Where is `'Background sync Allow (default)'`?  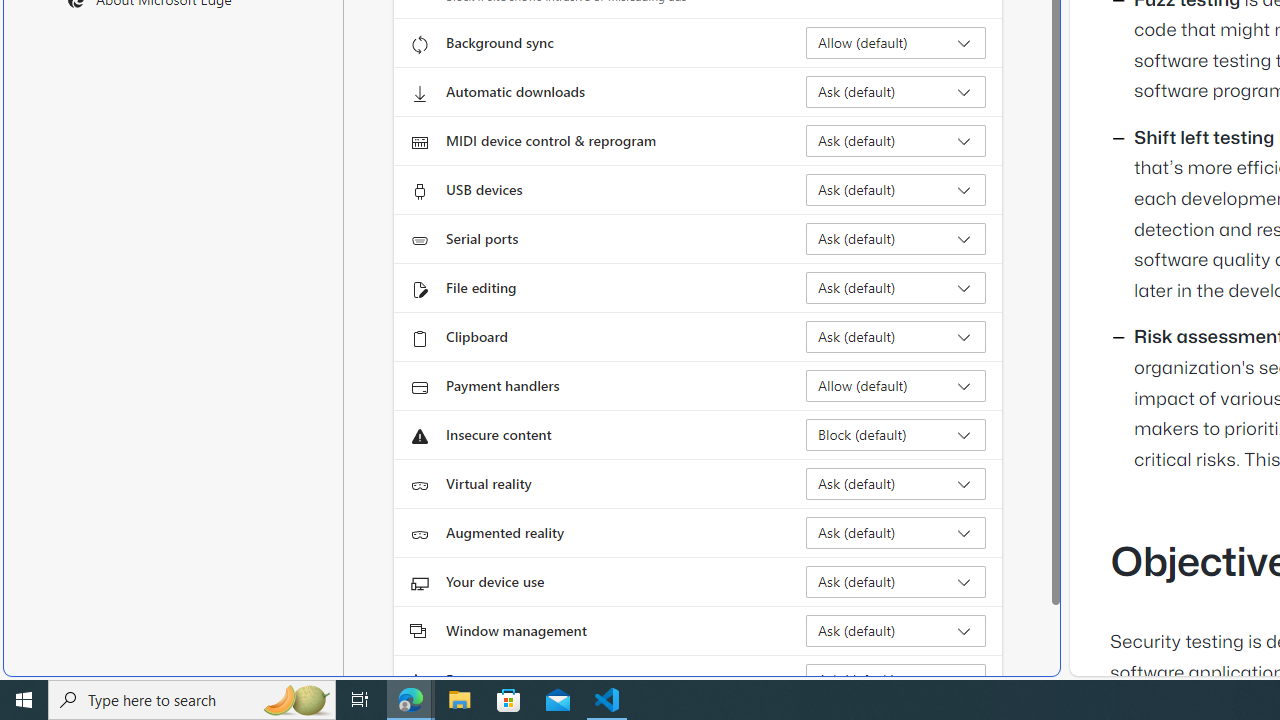
'Background sync Allow (default)' is located at coordinates (895, 43).